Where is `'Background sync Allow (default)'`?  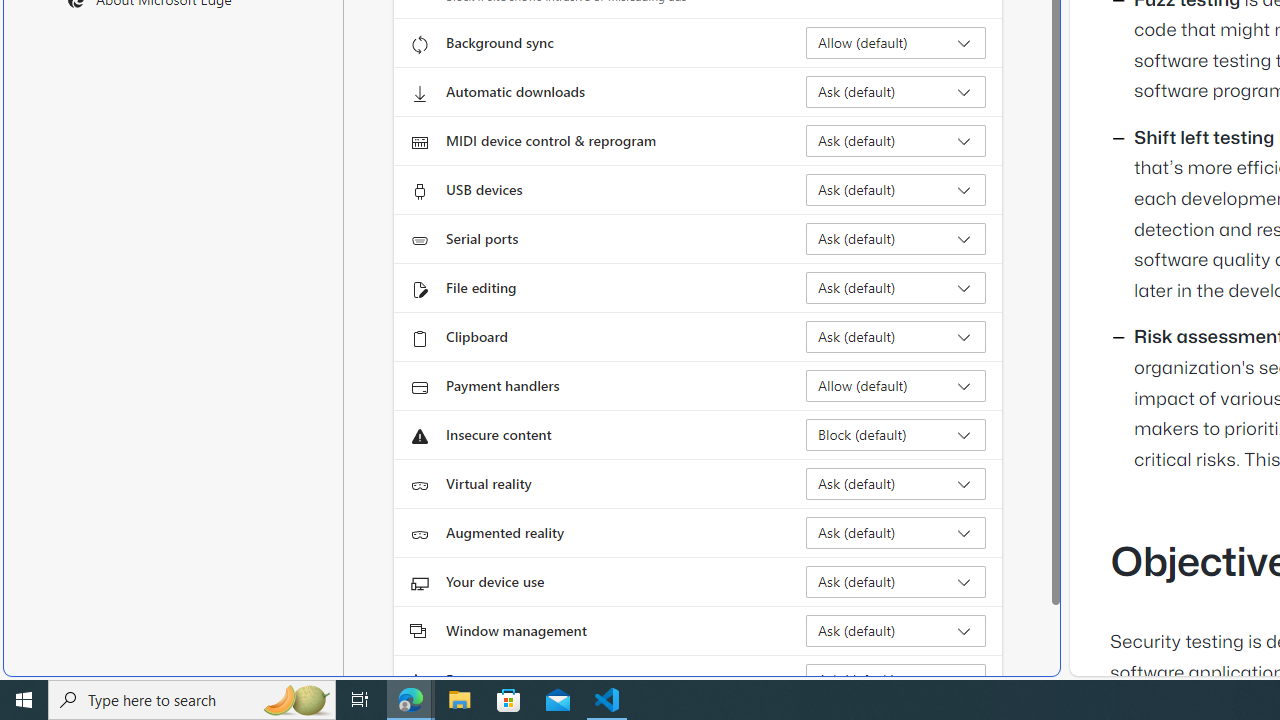
'Background sync Allow (default)' is located at coordinates (895, 43).